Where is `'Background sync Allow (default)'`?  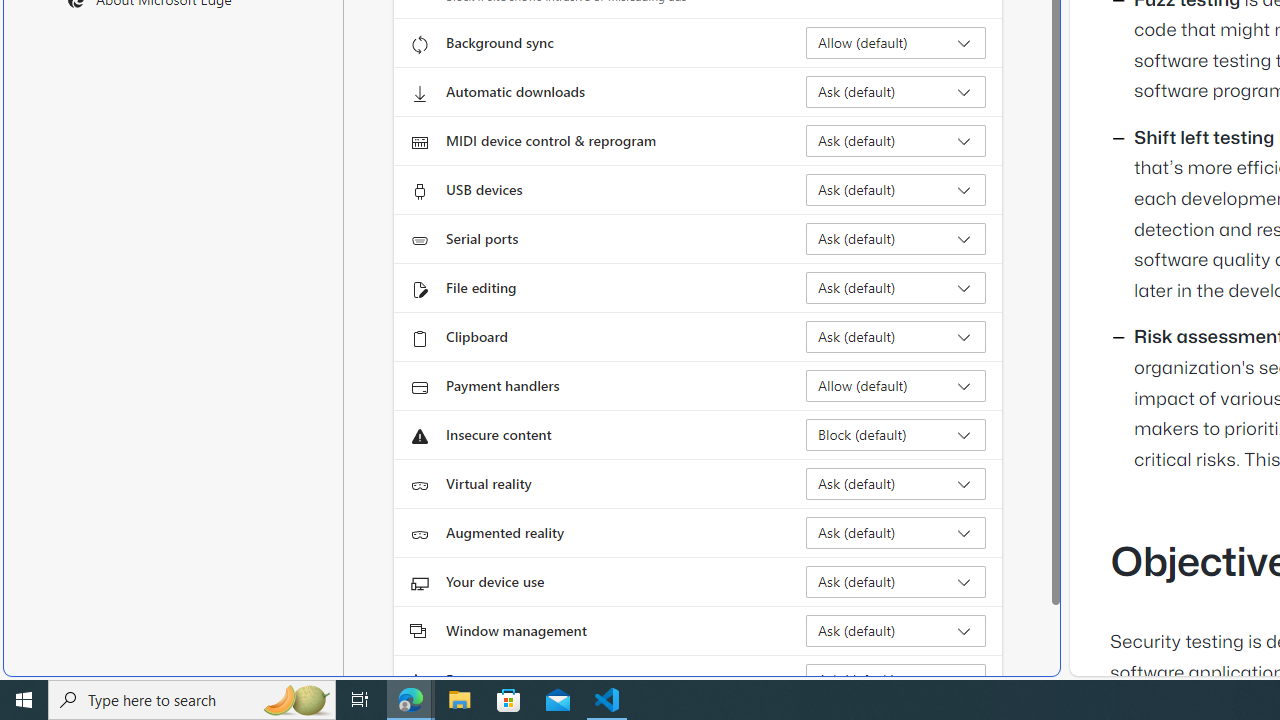
'Background sync Allow (default)' is located at coordinates (895, 43).